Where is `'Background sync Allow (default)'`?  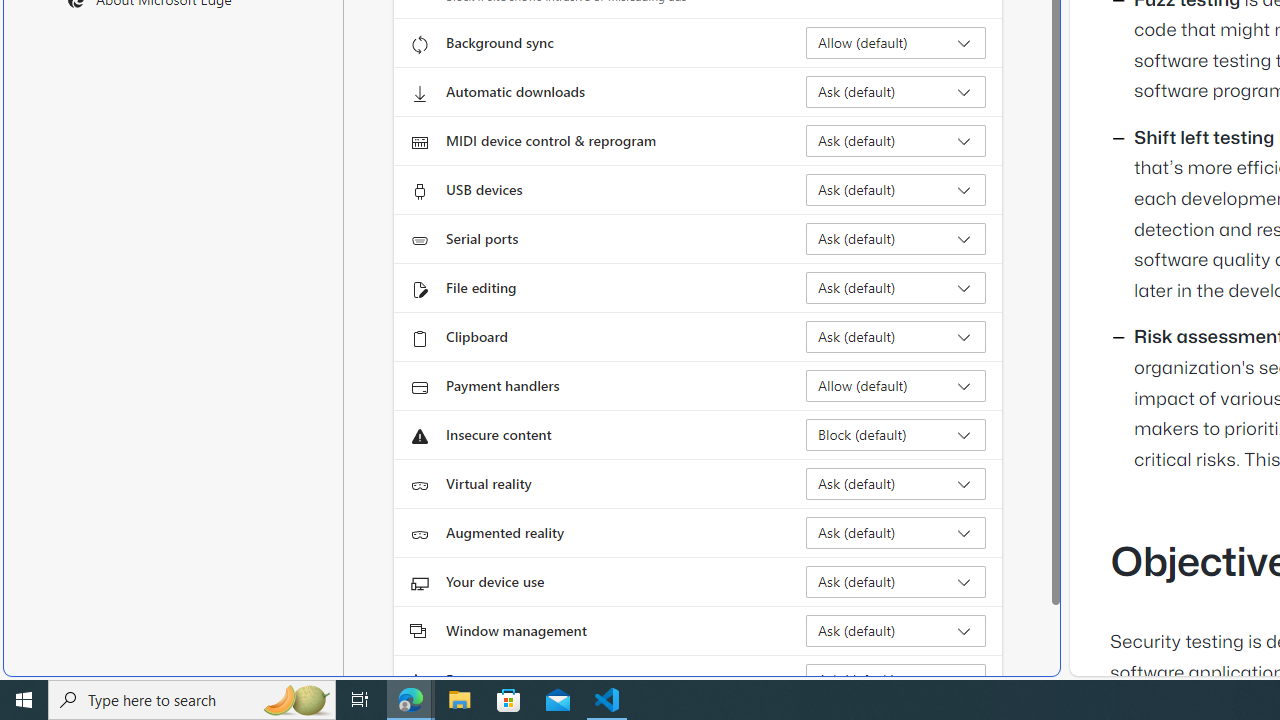
'Background sync Allow (default)' is located at coordinates (895, 43).